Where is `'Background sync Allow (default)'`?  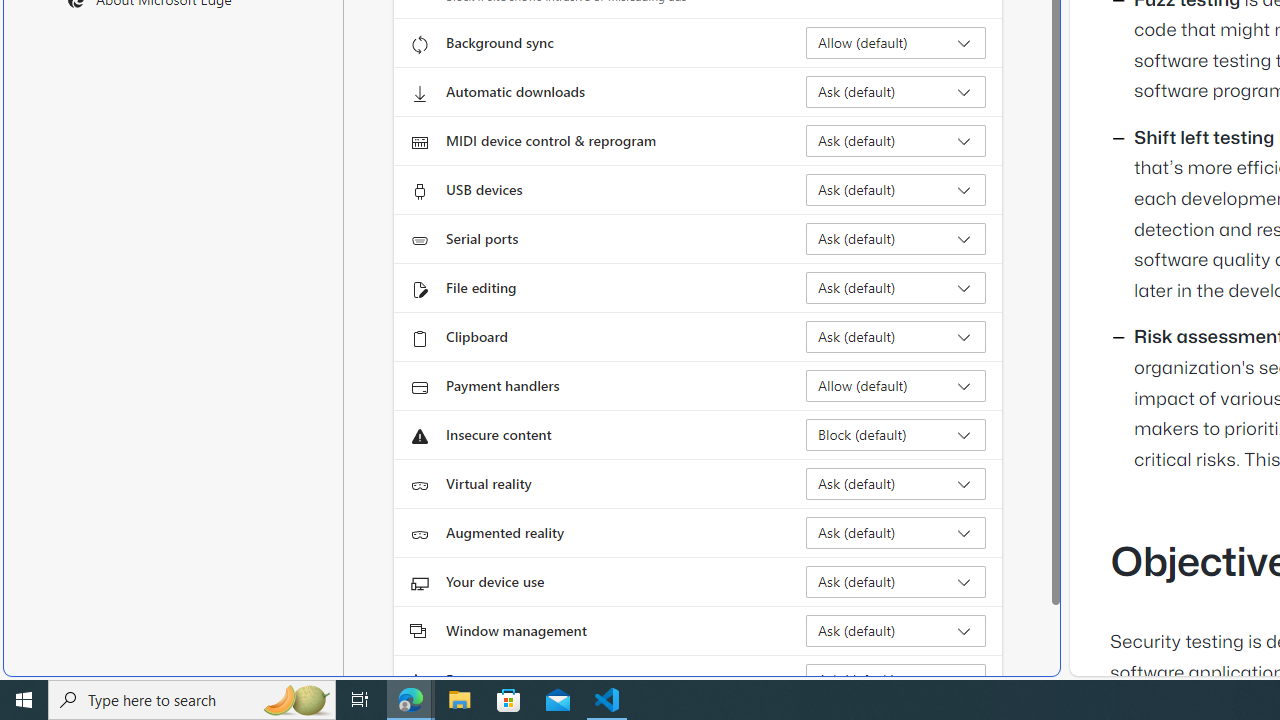
'Background sync Allow (default)' is located at coordinates (895, 43).